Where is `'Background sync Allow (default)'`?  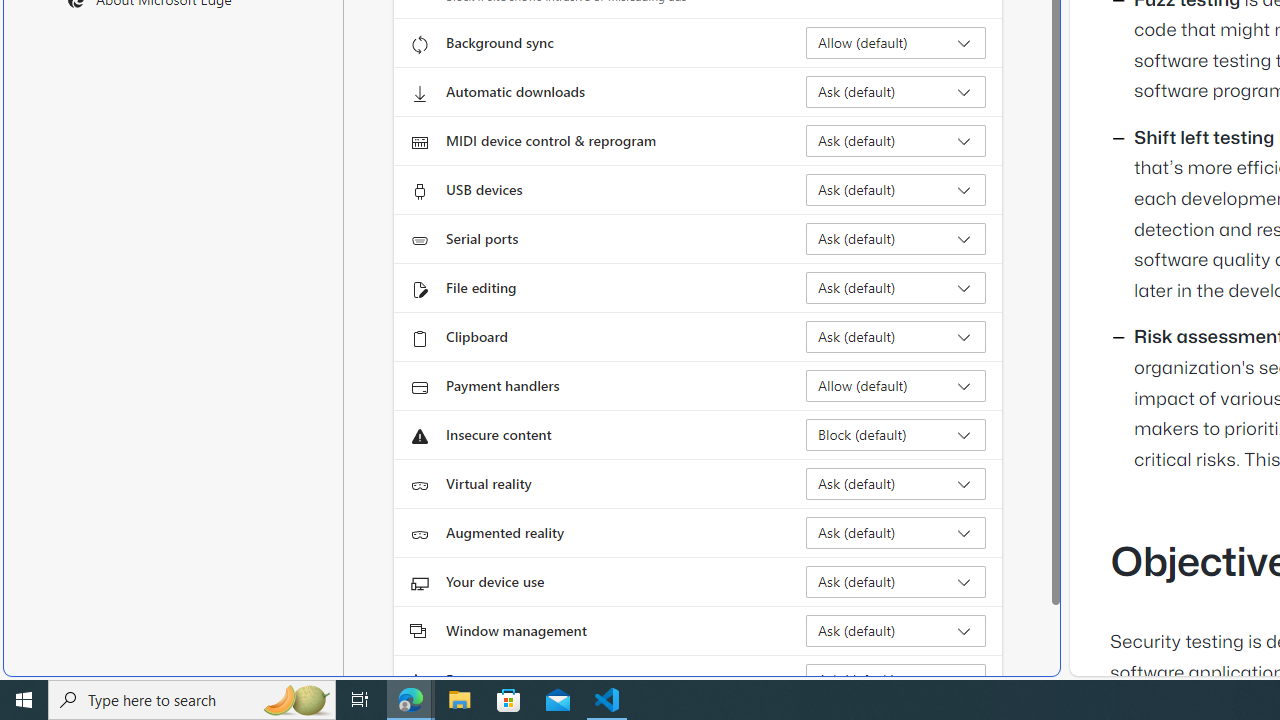
'Background sync Allow (default)' is located at coordinates (895, 43).